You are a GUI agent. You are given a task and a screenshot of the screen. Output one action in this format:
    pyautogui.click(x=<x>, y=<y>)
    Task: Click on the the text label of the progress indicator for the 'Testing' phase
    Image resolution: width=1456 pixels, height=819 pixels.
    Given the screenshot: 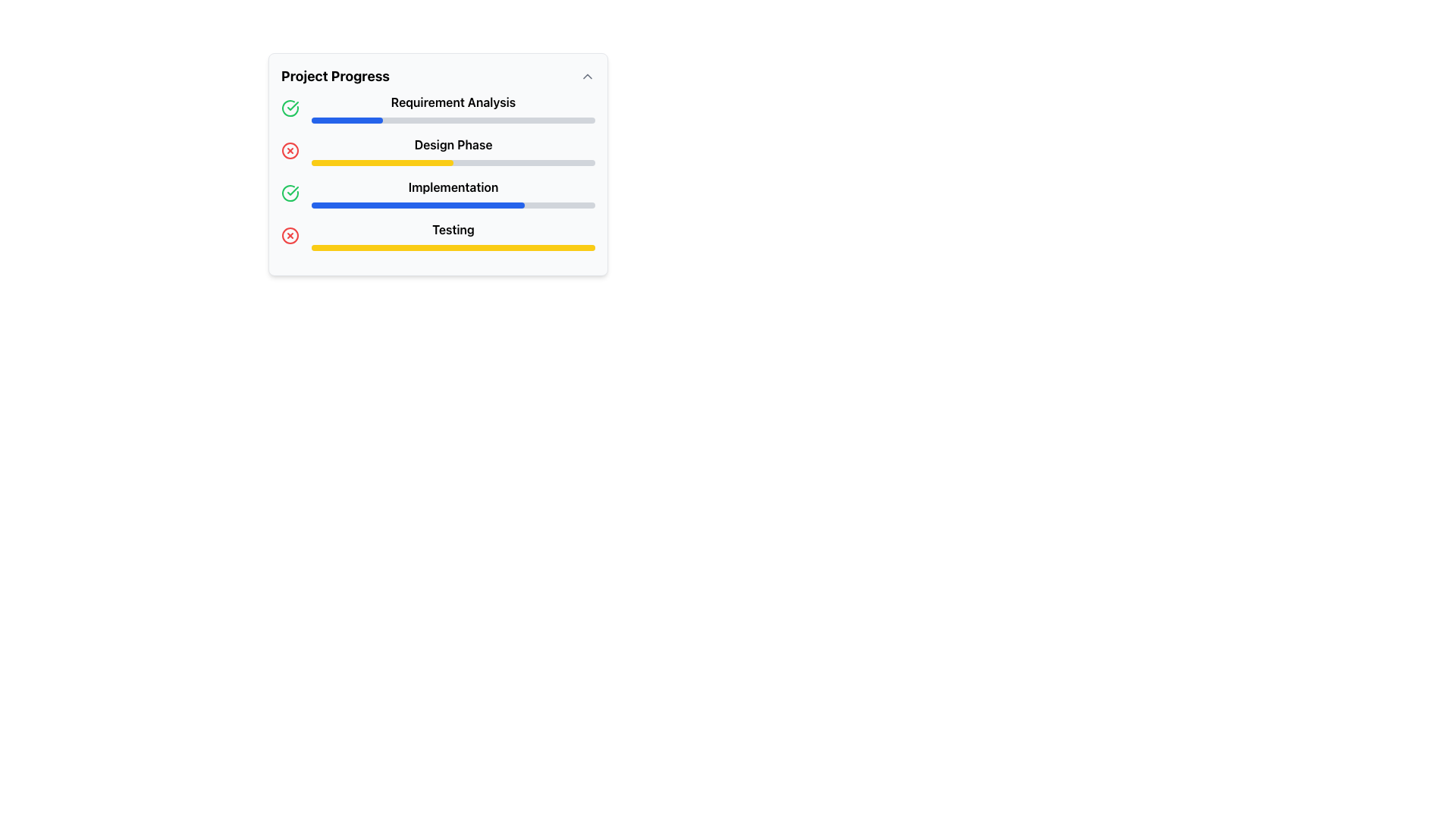 What is the action you would take?
    pyautogui.click(x=453, y=236)
    